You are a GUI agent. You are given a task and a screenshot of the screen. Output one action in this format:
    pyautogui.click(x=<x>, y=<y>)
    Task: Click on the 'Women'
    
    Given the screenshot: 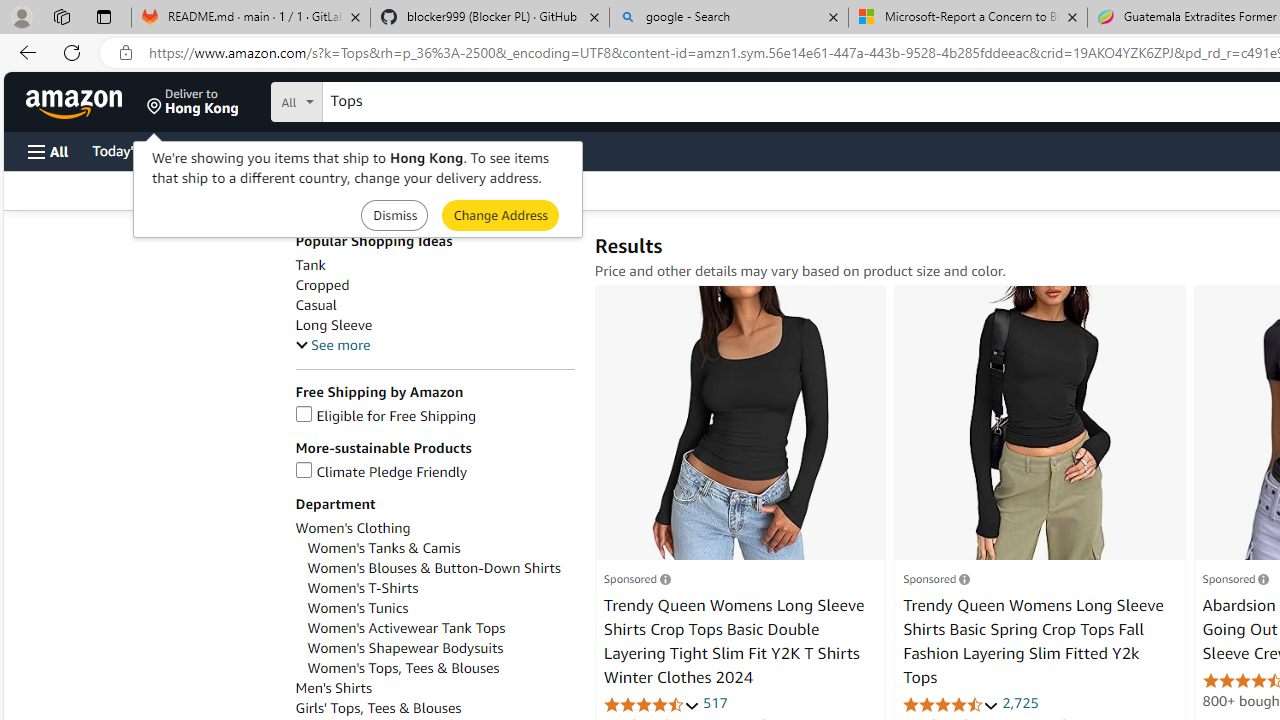 What is the action you would take?
    pyautogui.click(x=432, y=568)
    